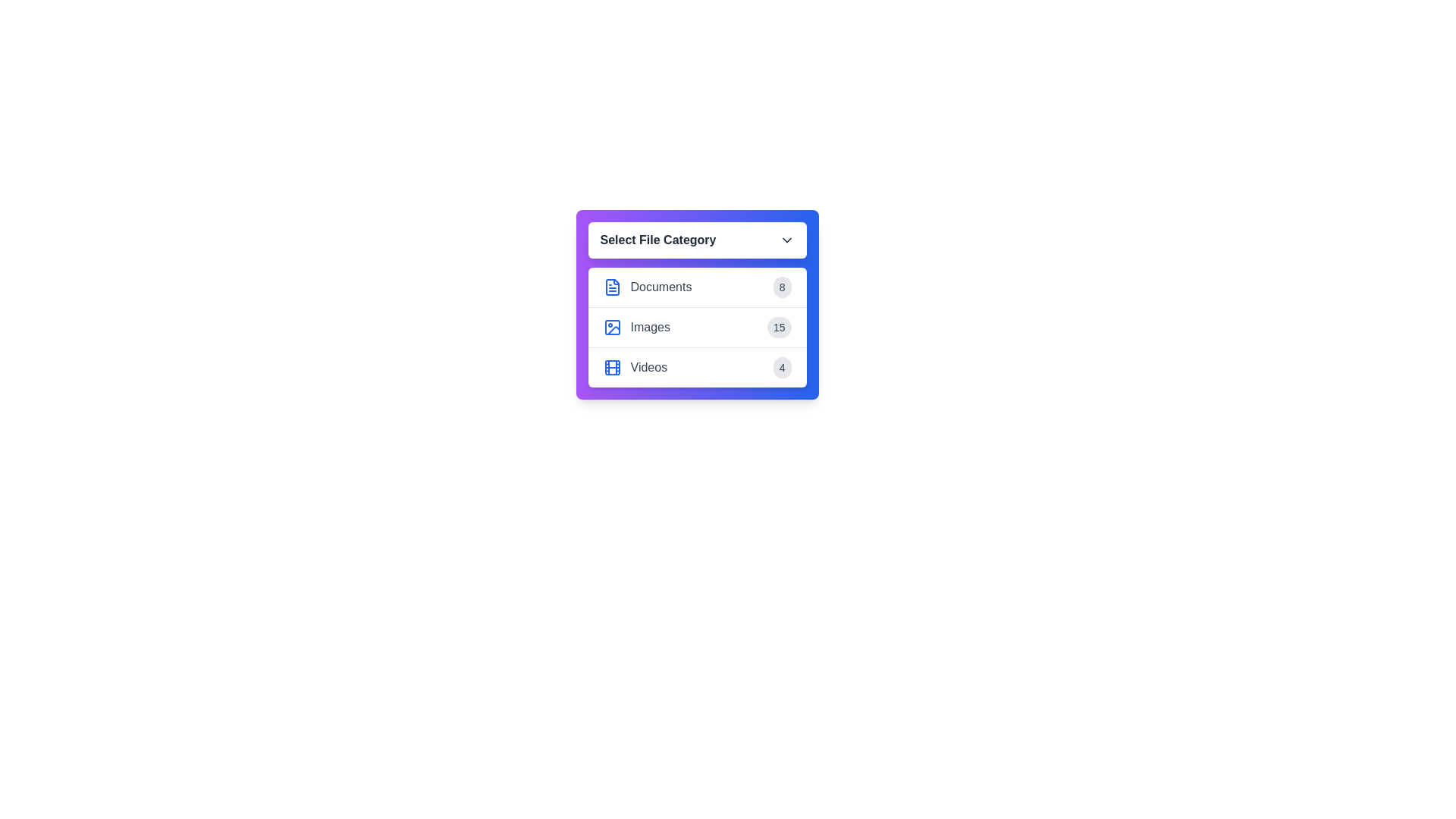 This screenshot has height=819, width=1456. Describe the element at coordinates (612, 327) in the screenshot. I see `the first icon in the 'Images' category row of the dropdown dialog under 'Select File Category' if it is interactive` at that location.